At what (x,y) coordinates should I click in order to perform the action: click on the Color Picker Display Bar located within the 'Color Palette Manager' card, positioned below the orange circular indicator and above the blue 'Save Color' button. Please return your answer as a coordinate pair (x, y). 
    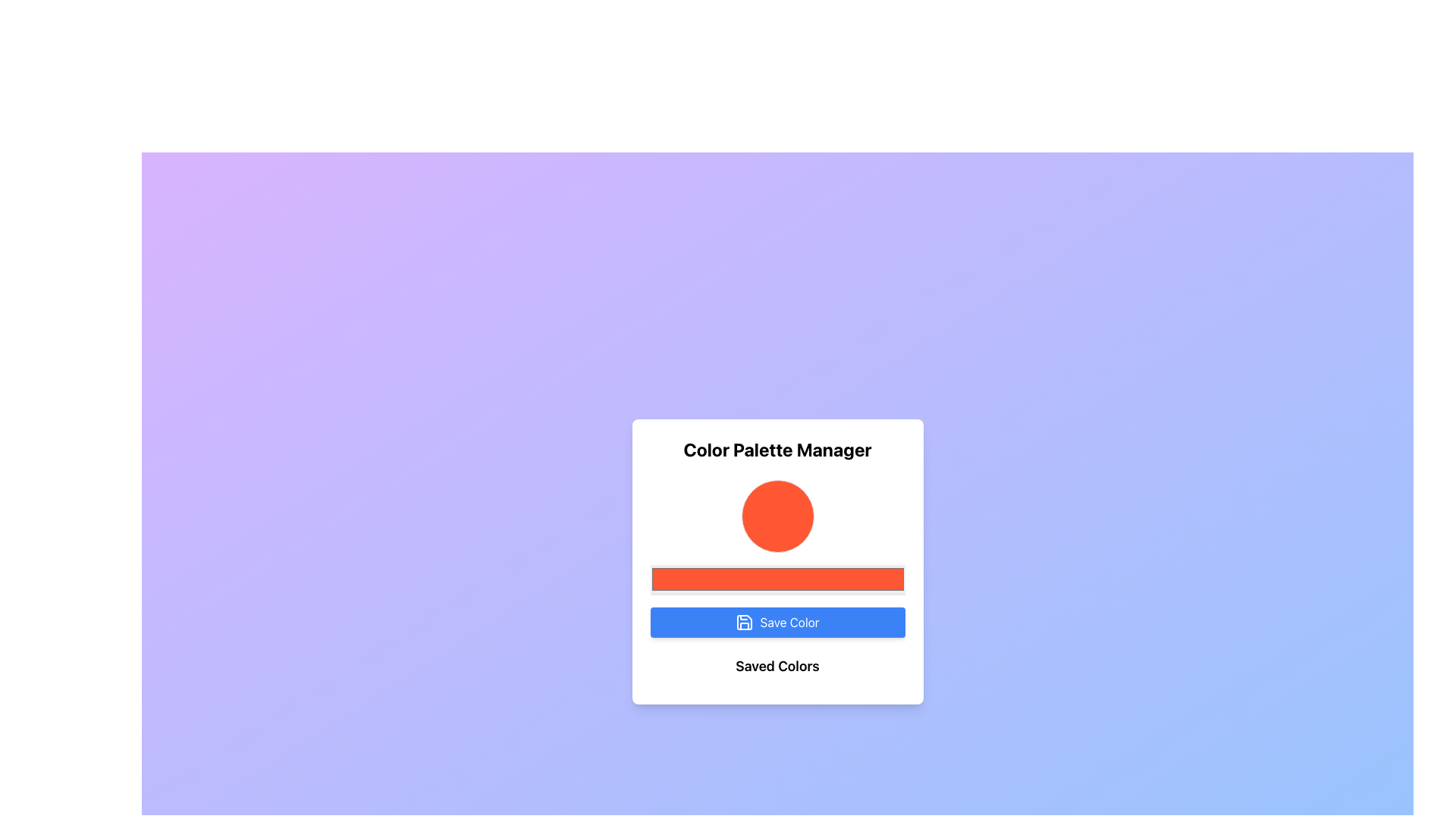
    Looking at the image, I should click on (777, 561).